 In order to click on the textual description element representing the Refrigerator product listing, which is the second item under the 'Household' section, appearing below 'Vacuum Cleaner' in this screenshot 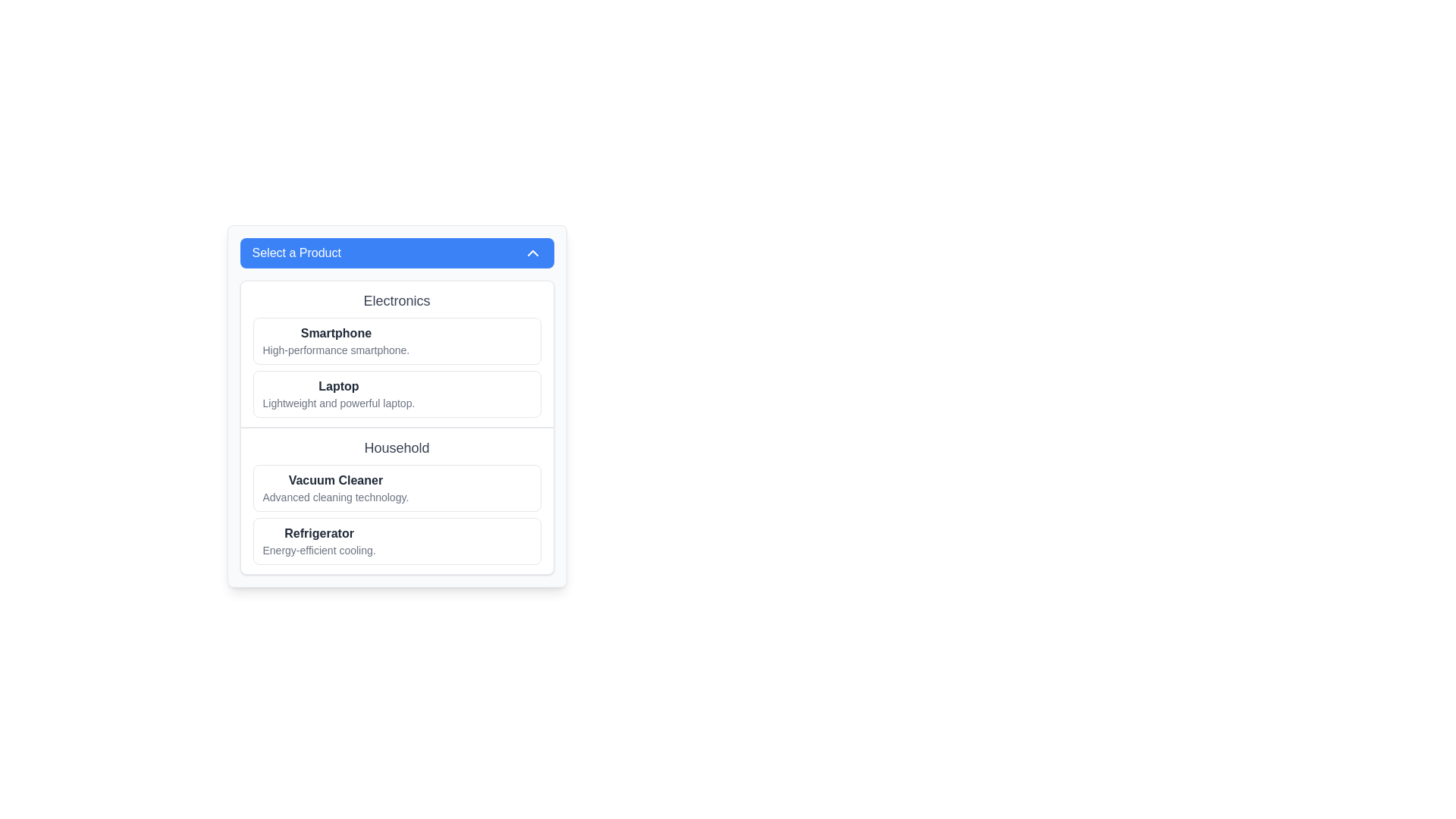, I will do `click(318, 540)`.